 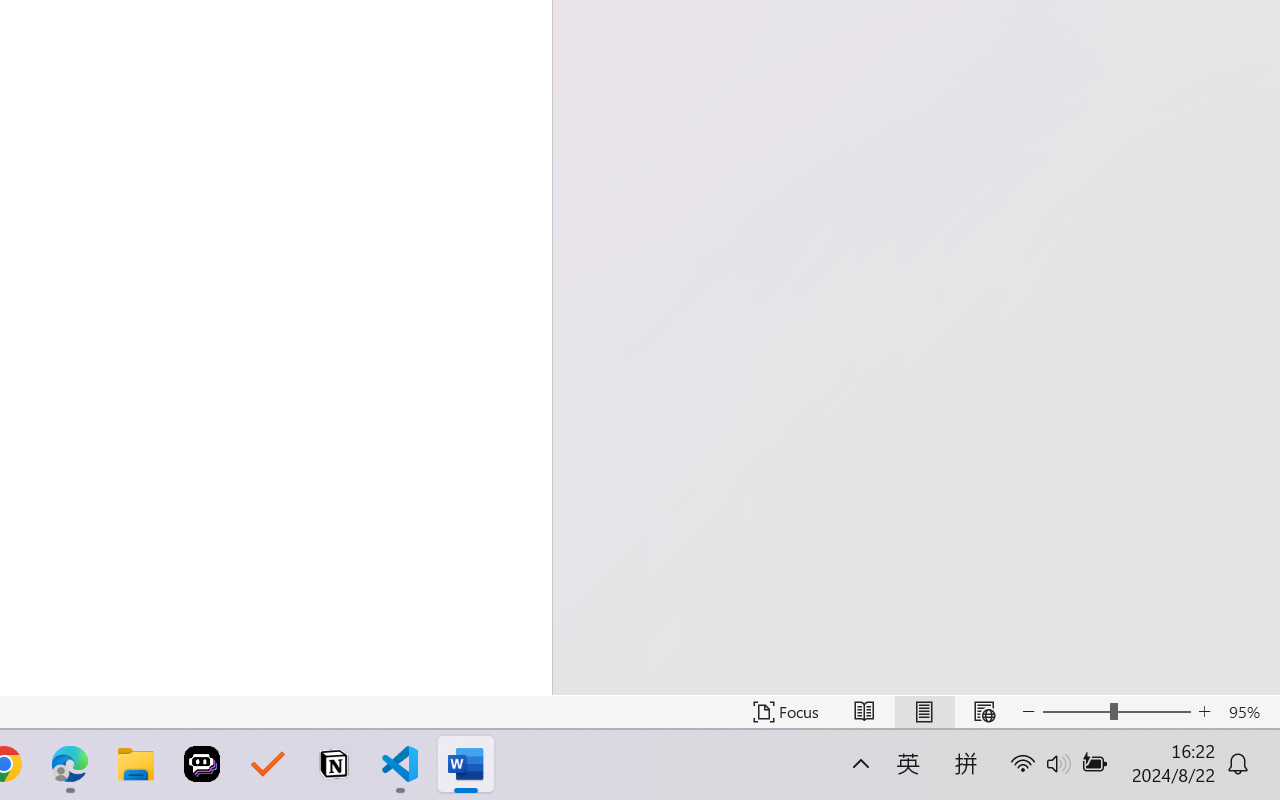 I want to click on 'AutomationID: 4105', so click(x=1114, y=776).